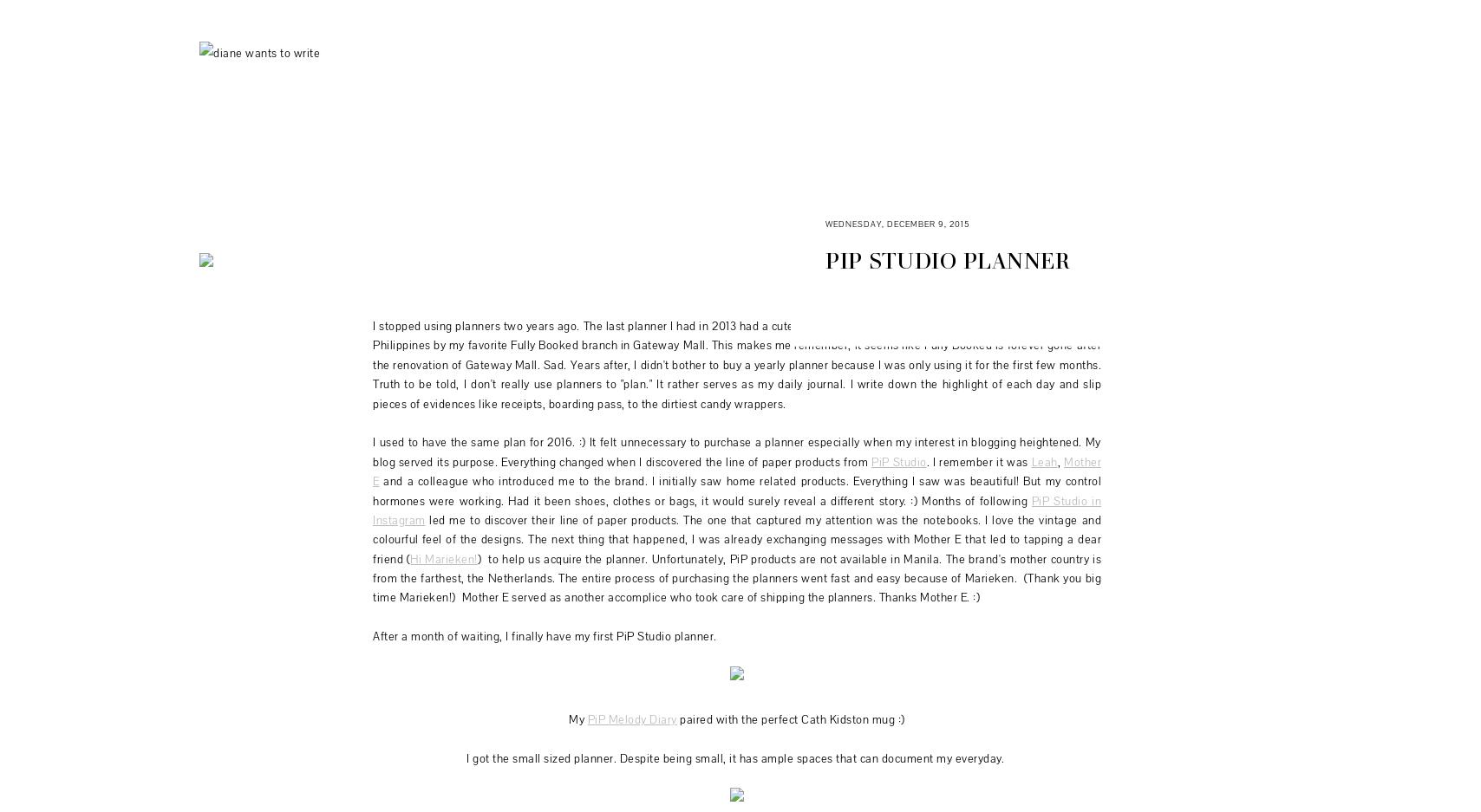  Describe the element at coordinates (897, 223) in the screenshot. I see `'Wednesday, December 9, 2015'` at that location.